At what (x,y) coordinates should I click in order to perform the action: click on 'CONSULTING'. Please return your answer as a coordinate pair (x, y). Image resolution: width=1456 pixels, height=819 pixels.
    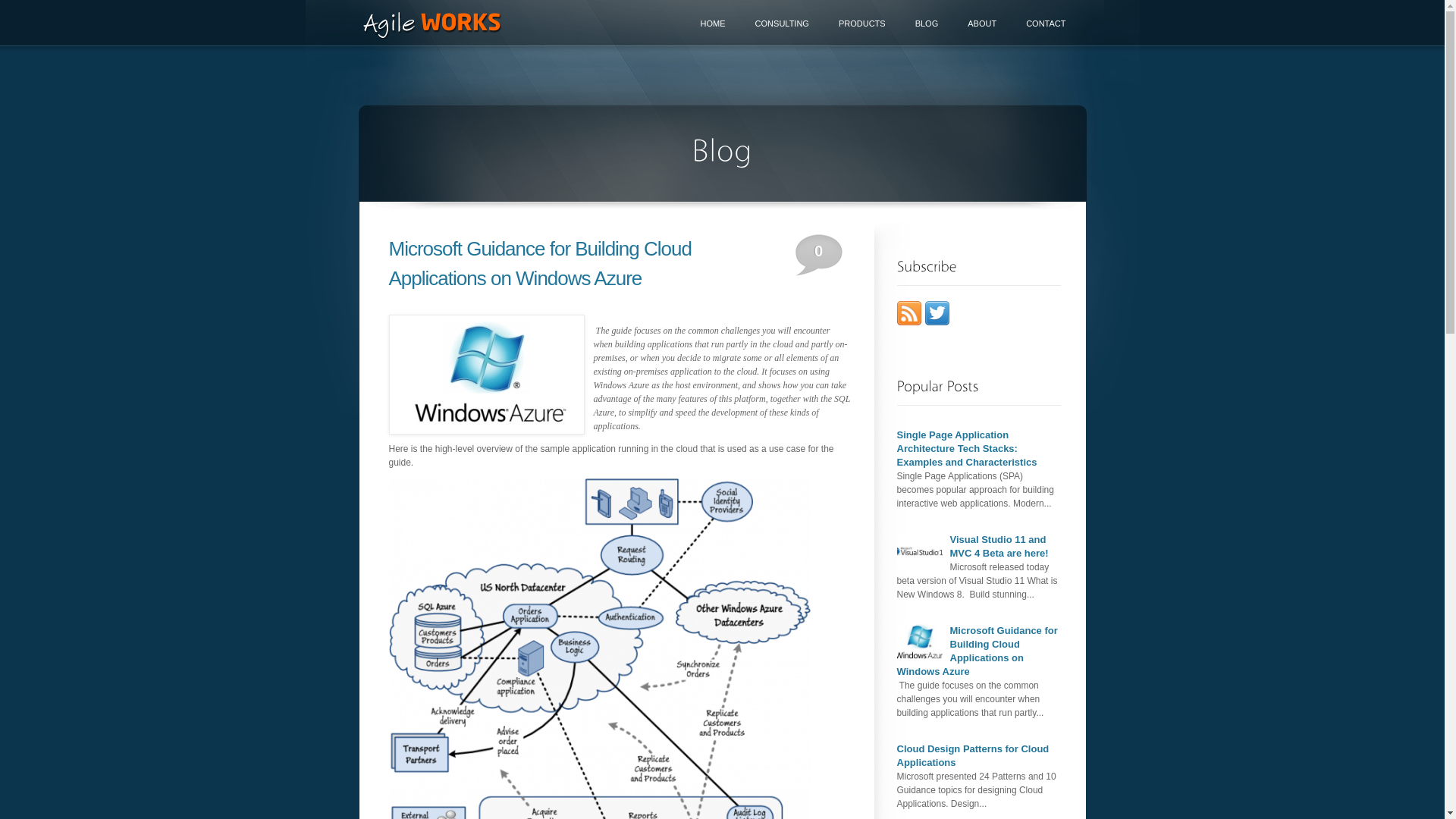
    Looking at the image, I should click on (782, 24).